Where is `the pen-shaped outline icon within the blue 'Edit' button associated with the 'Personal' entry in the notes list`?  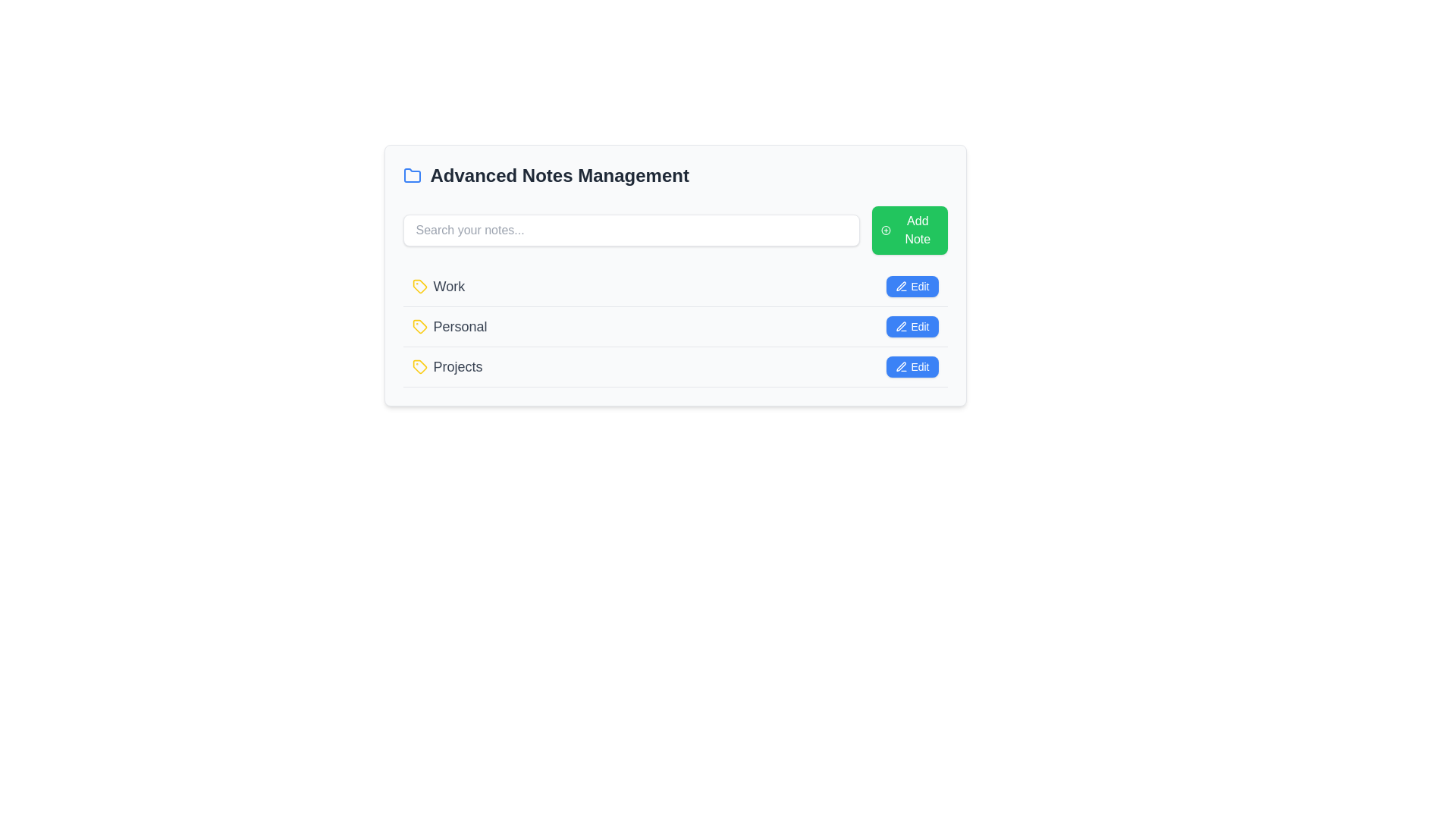 the pen-shaped outline icon within the blue 'Edit' button associated with the 'Personal' entry in the notes list is located at coordinates (902, 326).